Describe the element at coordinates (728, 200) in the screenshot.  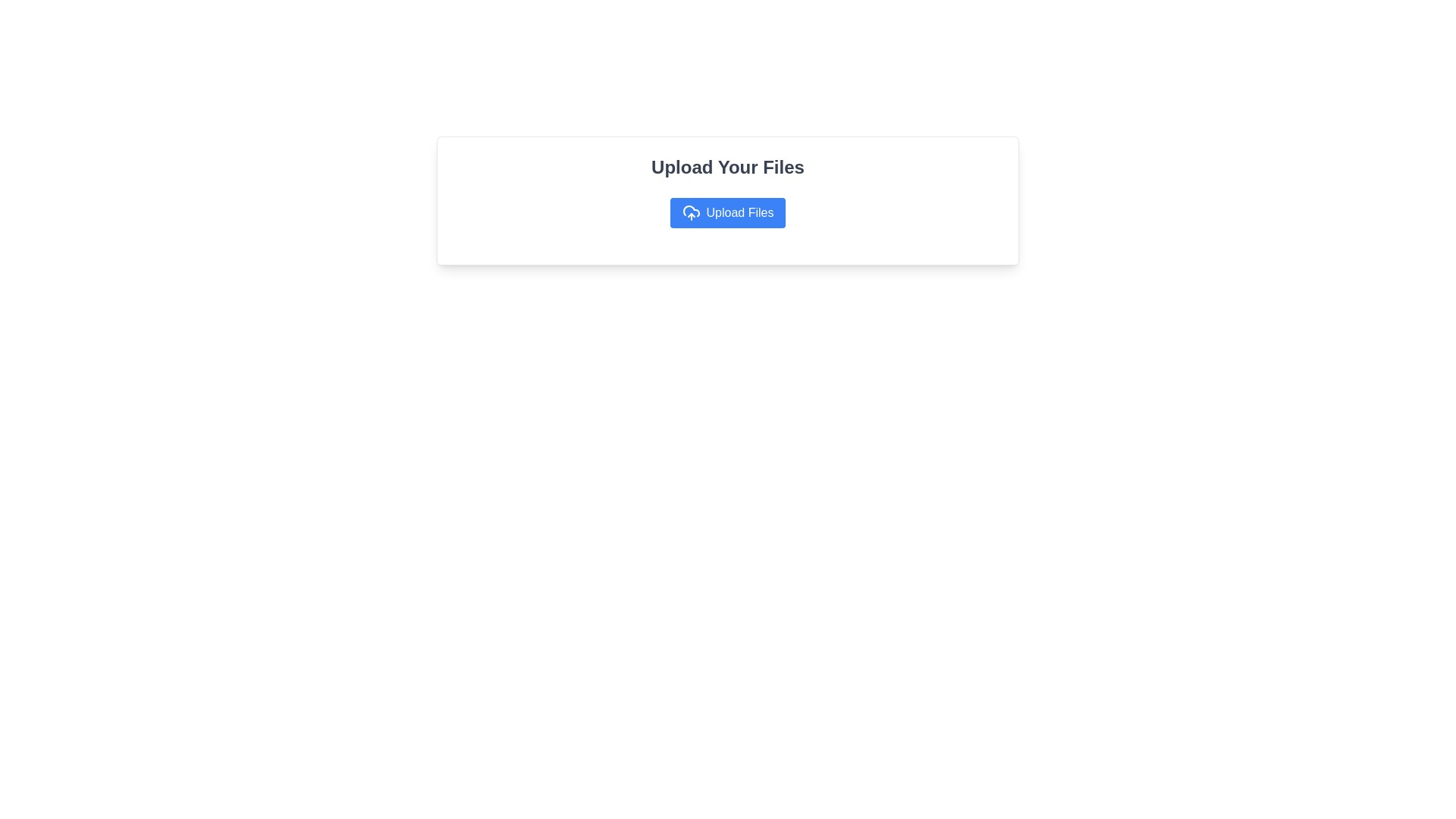
I see `the blue button labeled 'Upload Files' with a cloud icon to initiate the file upload dialog` at that location.